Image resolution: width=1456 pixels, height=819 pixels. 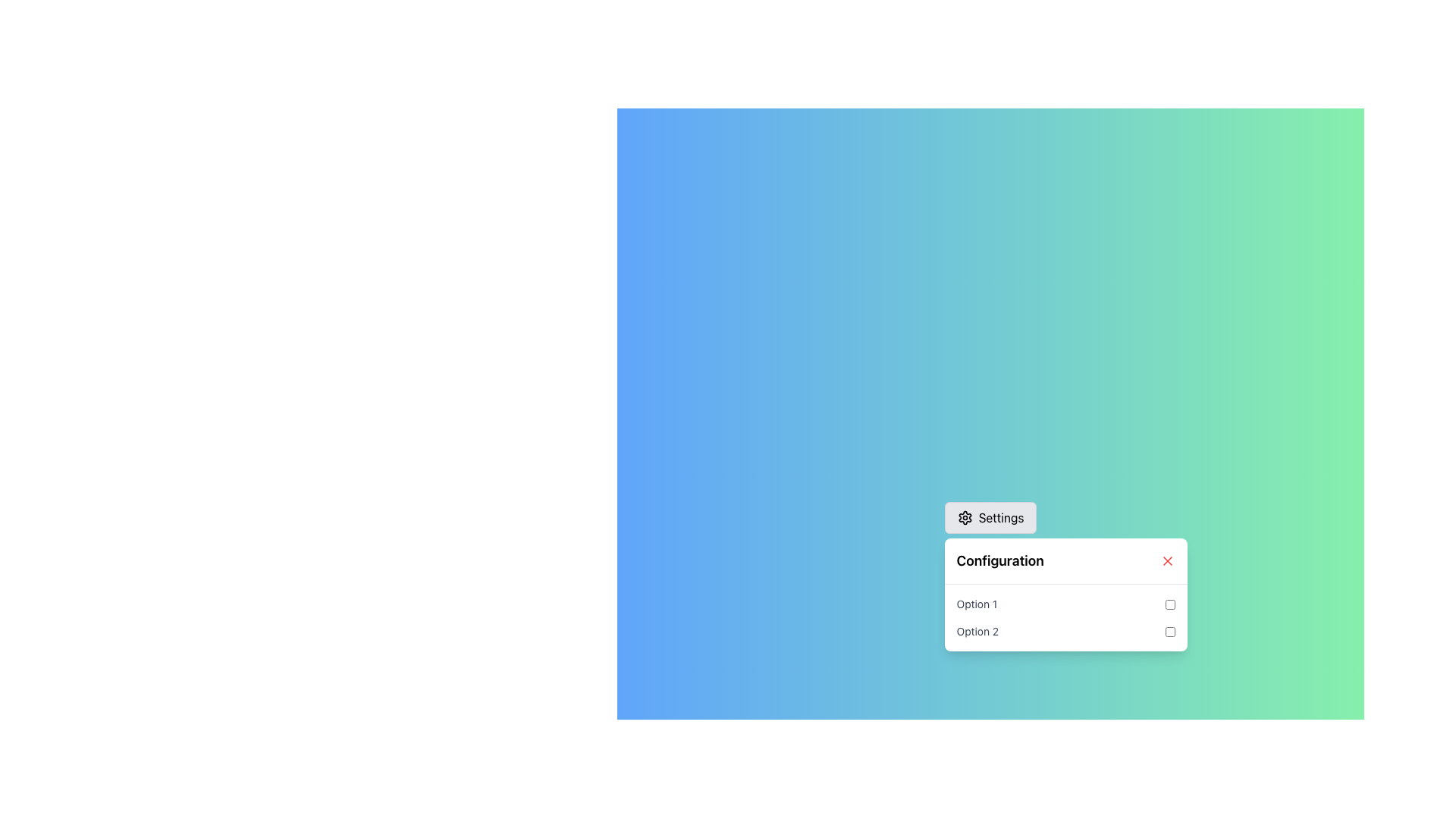 What do you see at coordinates (1065, 617) in the screenshot?
I see `the checkbox group within the 'Configuration' modal` at bounding box center [1065, 617].